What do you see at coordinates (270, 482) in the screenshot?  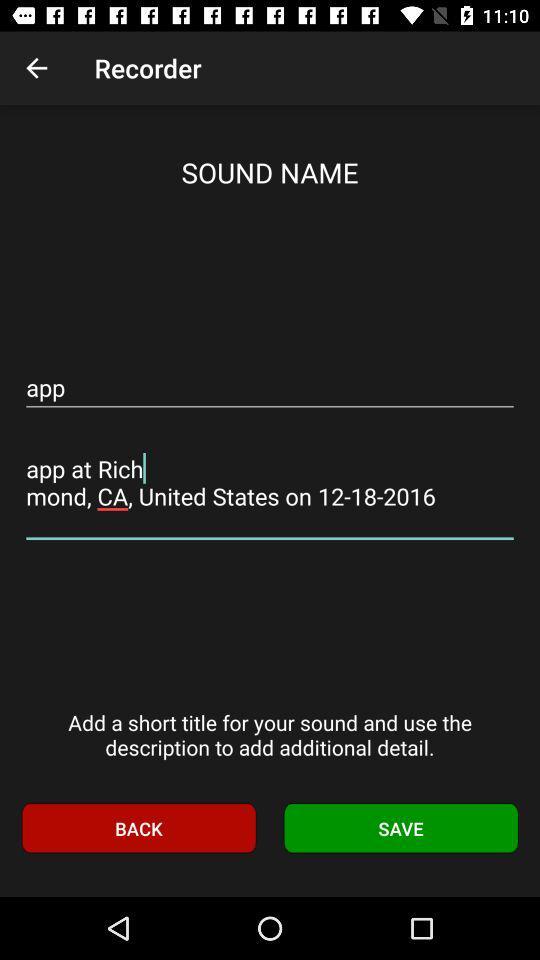 I see `item below app icon` at bounding box center [270, 482].